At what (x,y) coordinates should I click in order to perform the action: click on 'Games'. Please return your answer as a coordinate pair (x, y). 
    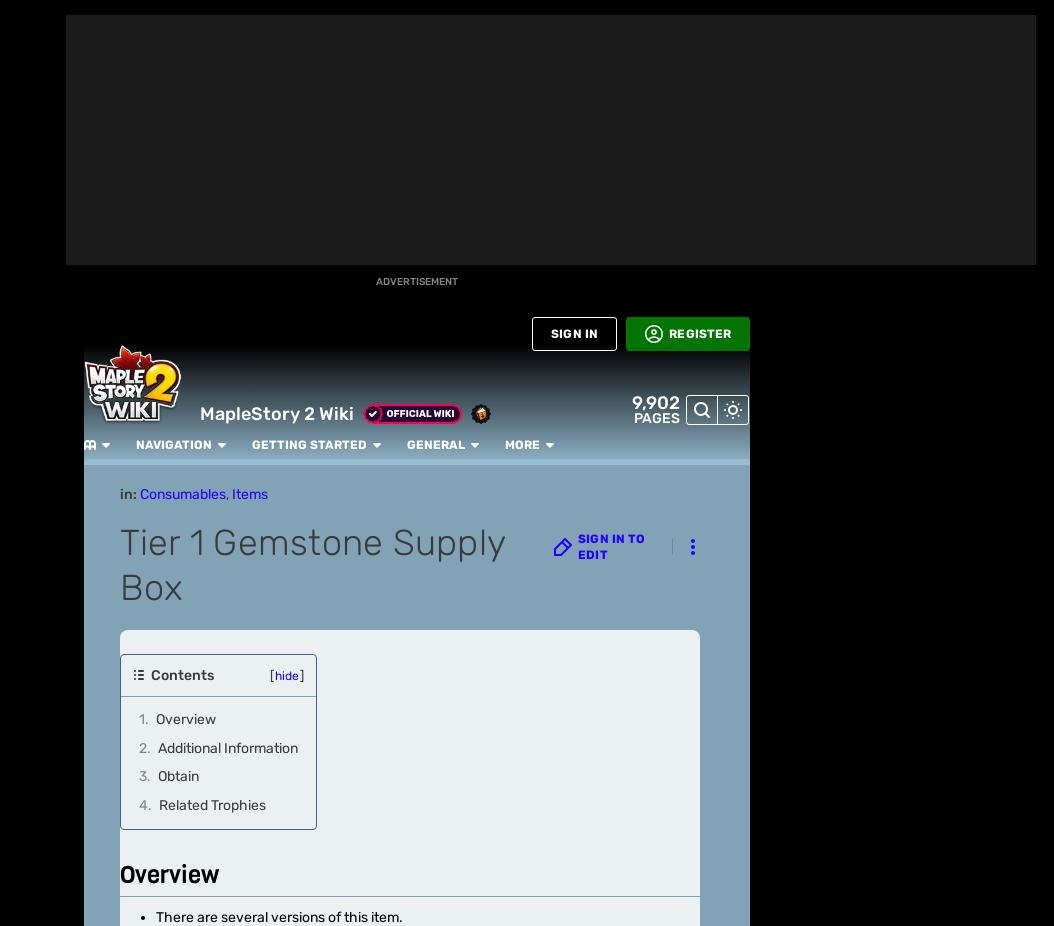
    Looking at the image, I should click on (14, 286).